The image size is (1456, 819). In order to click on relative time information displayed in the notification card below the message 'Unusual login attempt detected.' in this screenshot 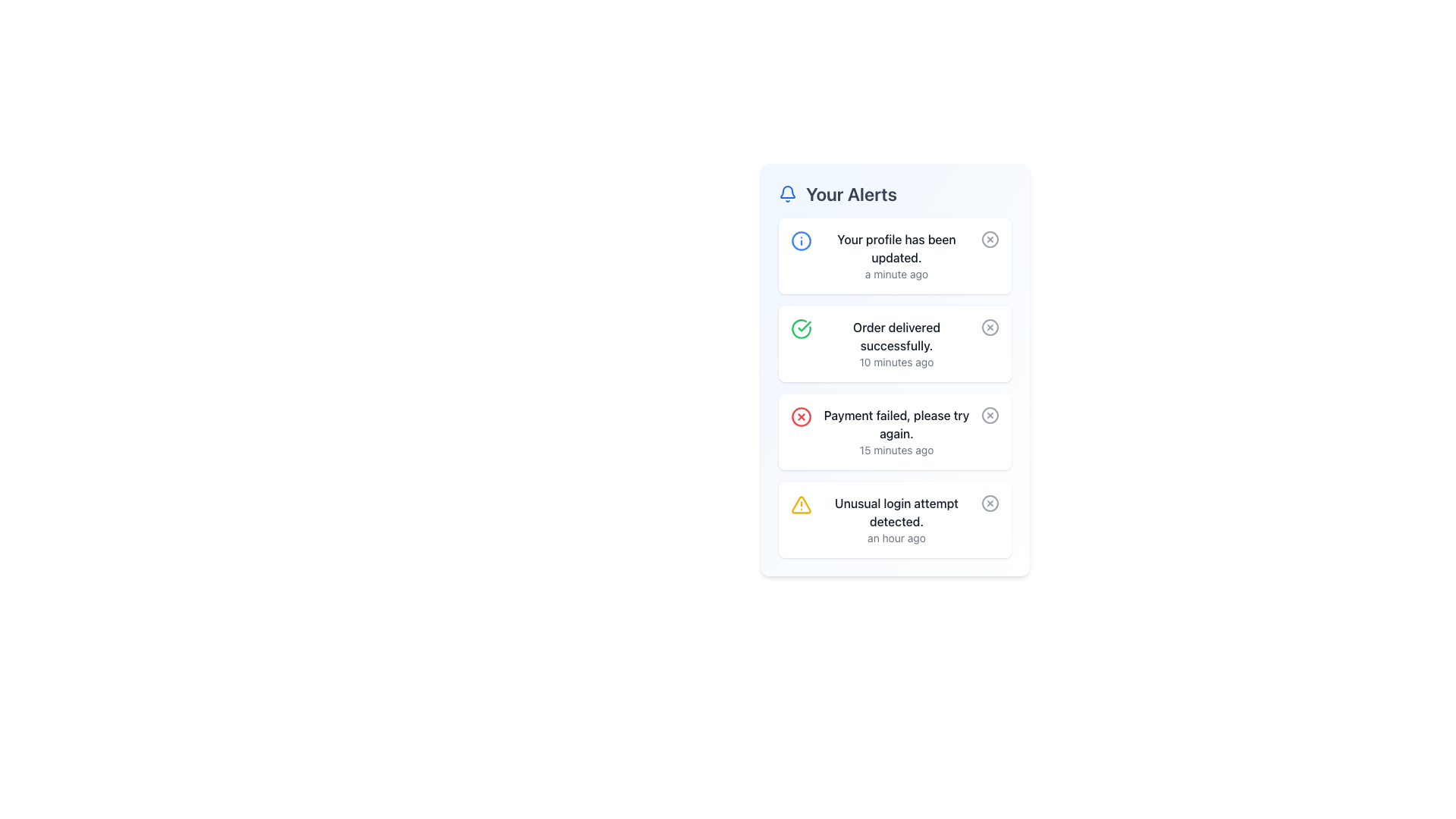, I will do `click(896, 537)`.